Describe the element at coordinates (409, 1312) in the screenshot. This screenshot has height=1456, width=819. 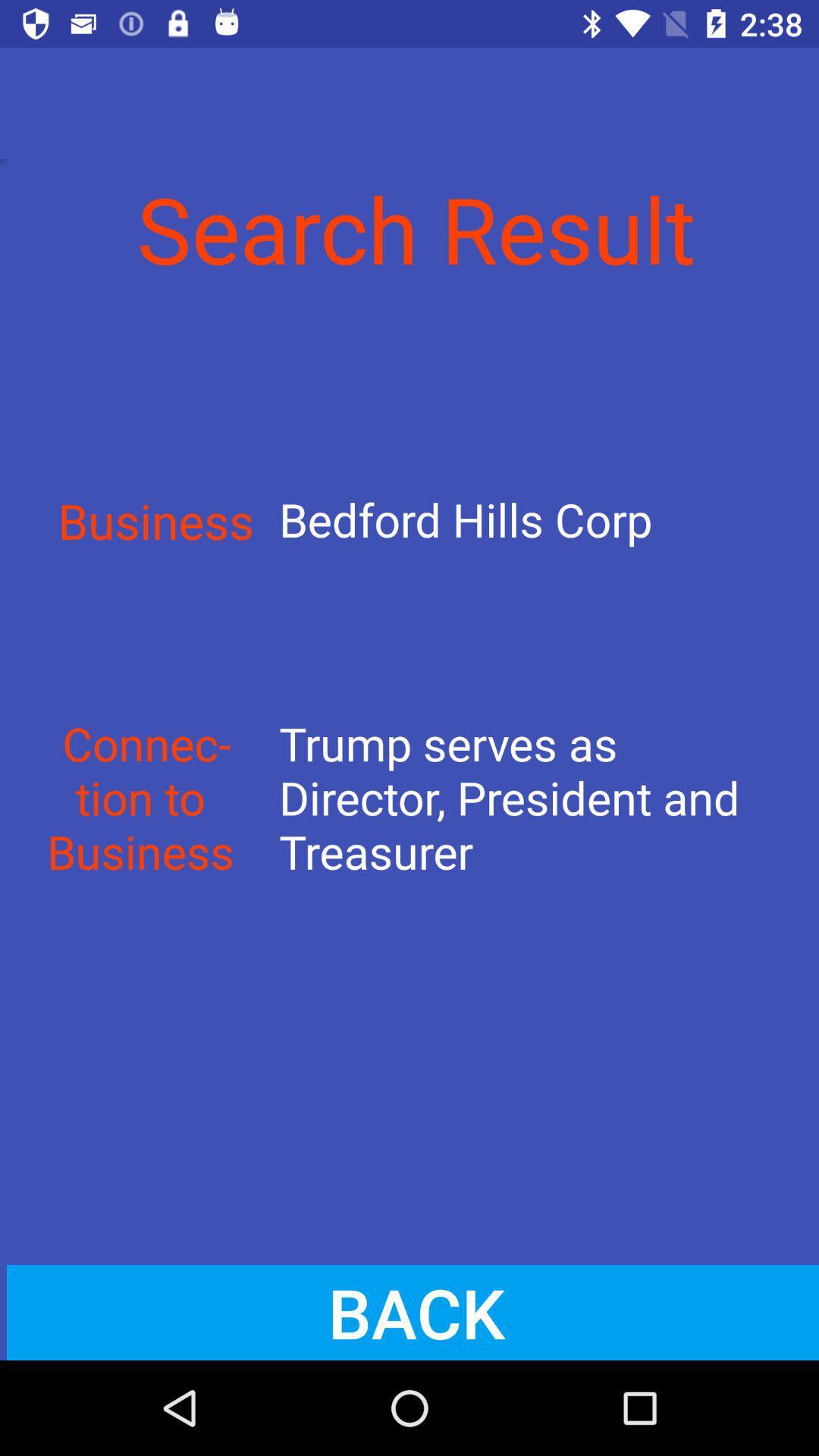
I see `app below connection to business item` at that location.